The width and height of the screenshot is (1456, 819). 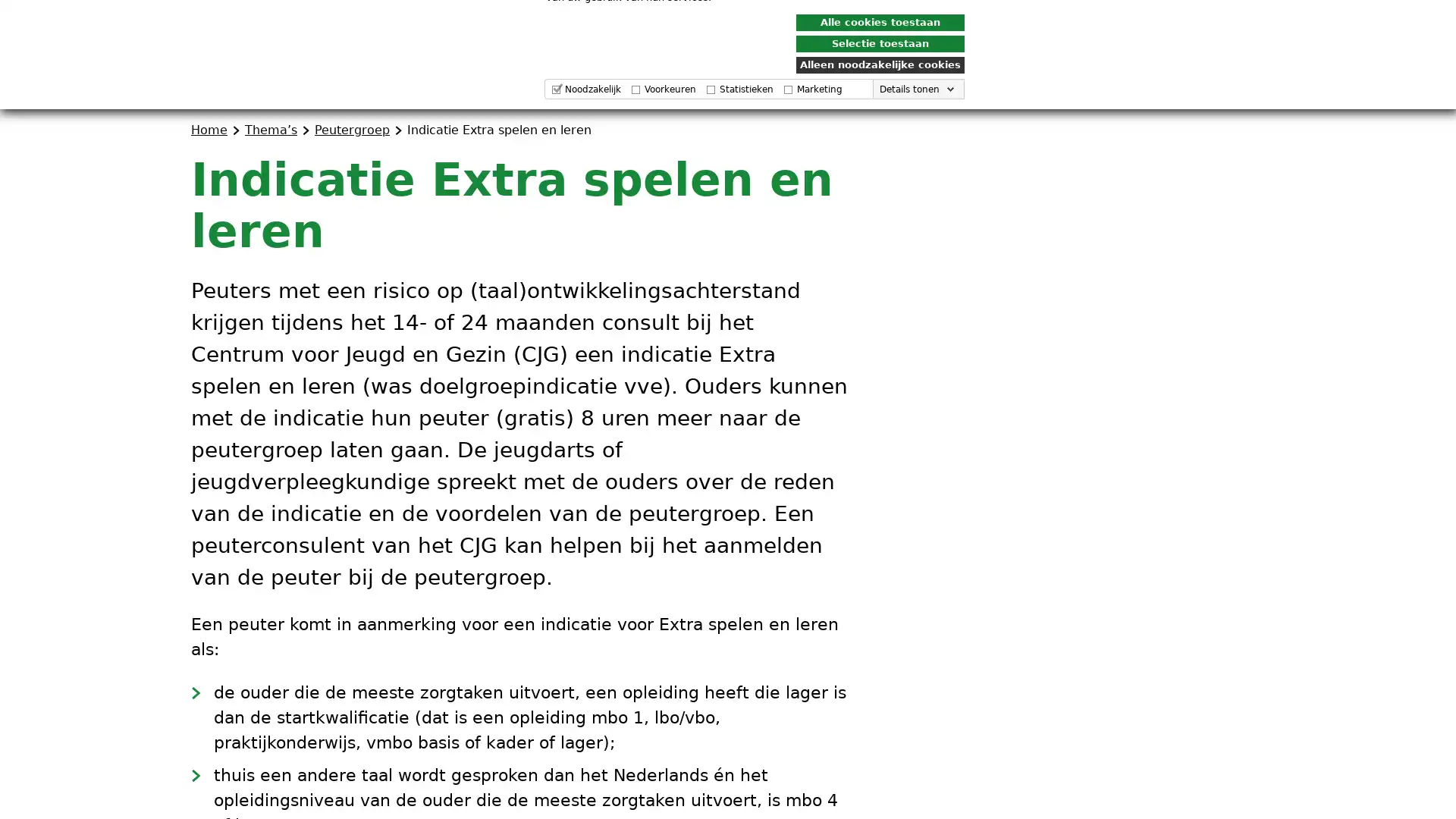 I want to click on Zoeken, so click(x=1244, y=71).